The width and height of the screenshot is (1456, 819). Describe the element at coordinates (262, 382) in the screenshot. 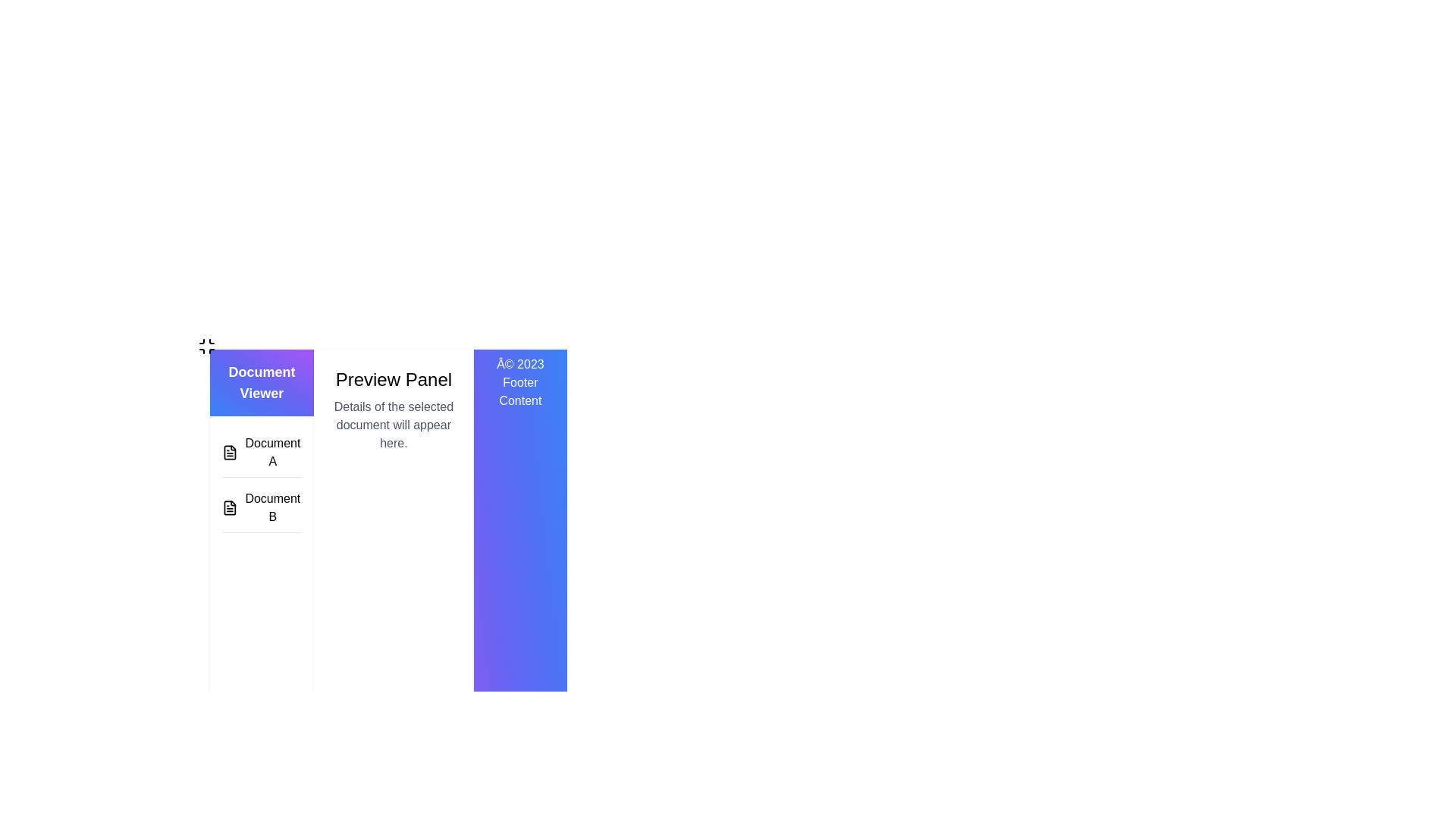

I see `the Header or Panel Title located at the top of the sidebar panel on the left side, which indicates its purpose as a viewer for documents` at that location.